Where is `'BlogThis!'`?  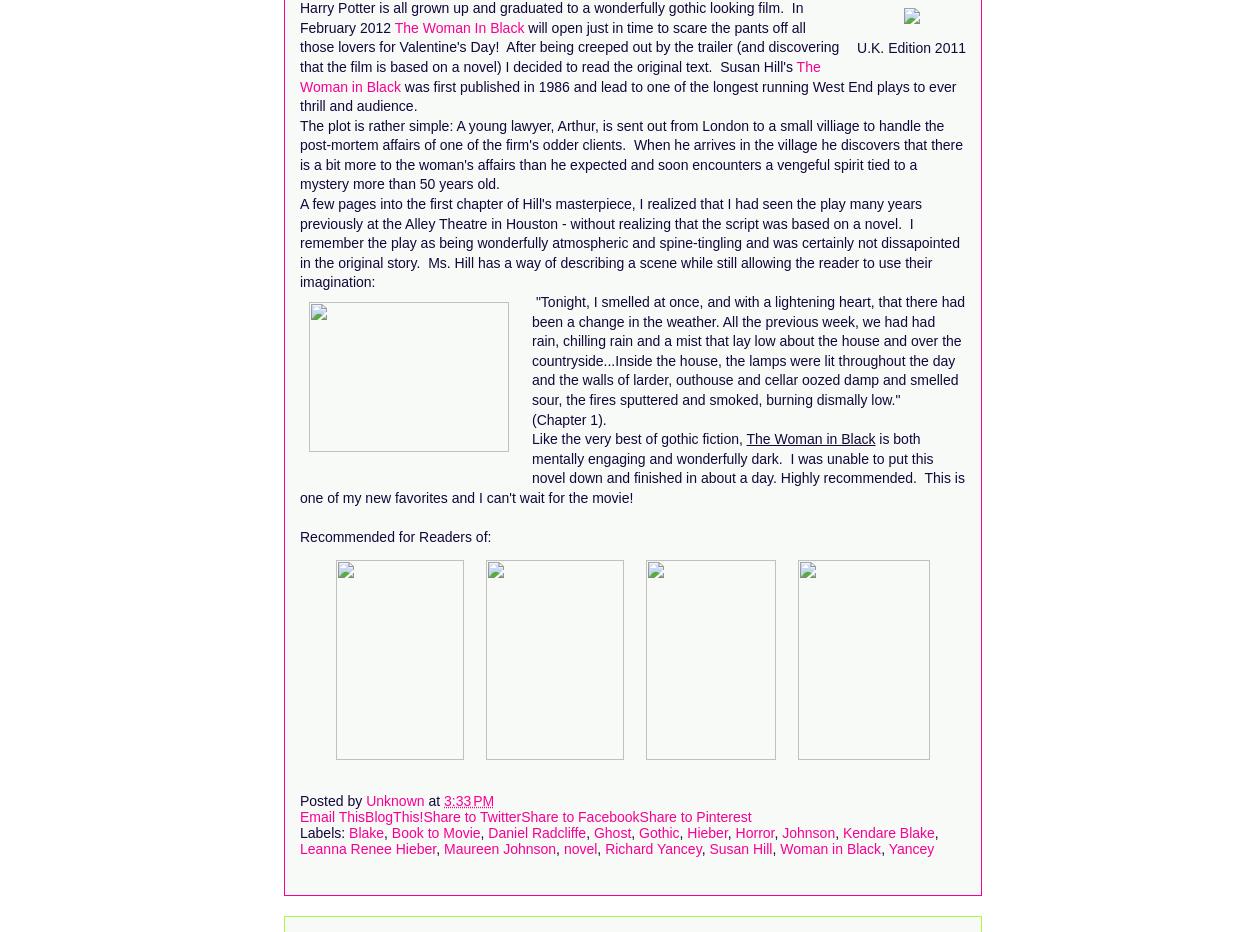 'BlogThis!' is located at coordinates (363, 815).